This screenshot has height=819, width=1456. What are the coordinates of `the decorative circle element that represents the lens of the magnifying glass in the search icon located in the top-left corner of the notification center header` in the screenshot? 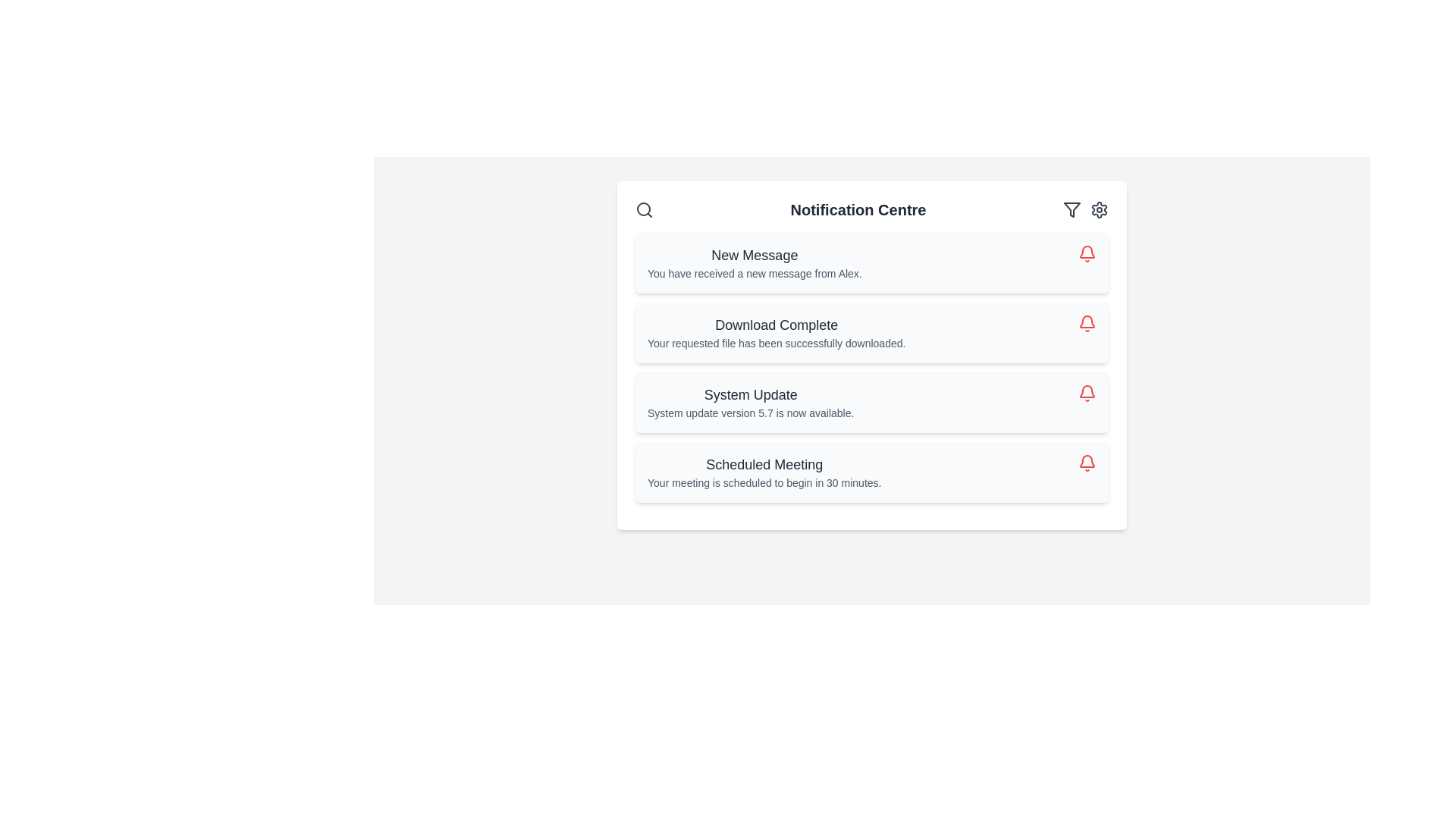 It's located at (644, 209).